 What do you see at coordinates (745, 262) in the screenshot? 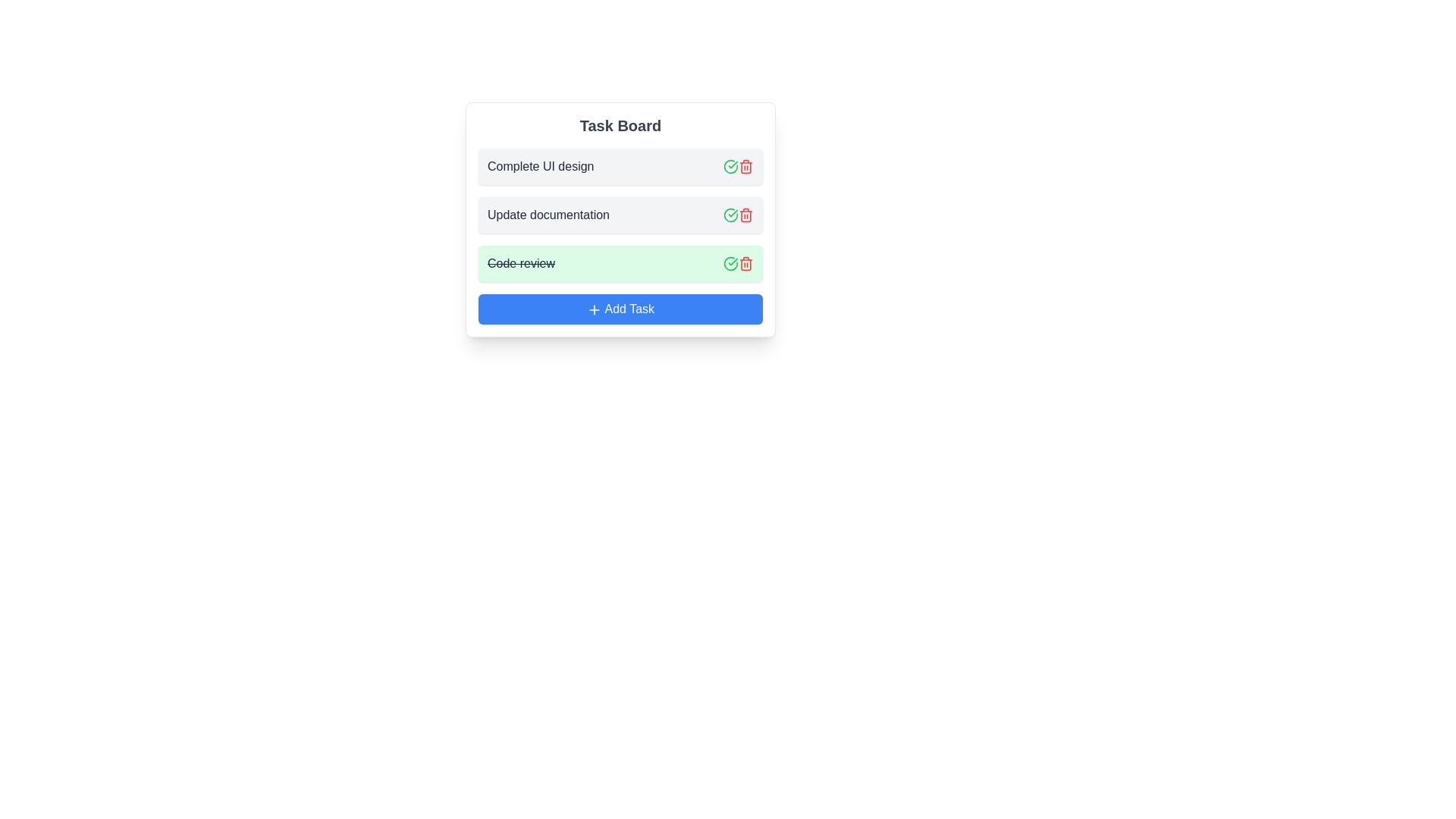
I see `the trash bin icon button, which is styled in red and positioned to the right of the 'Code review' task in the list. This action will display potential hints or changes in styling` at bounding box center [745, 262].